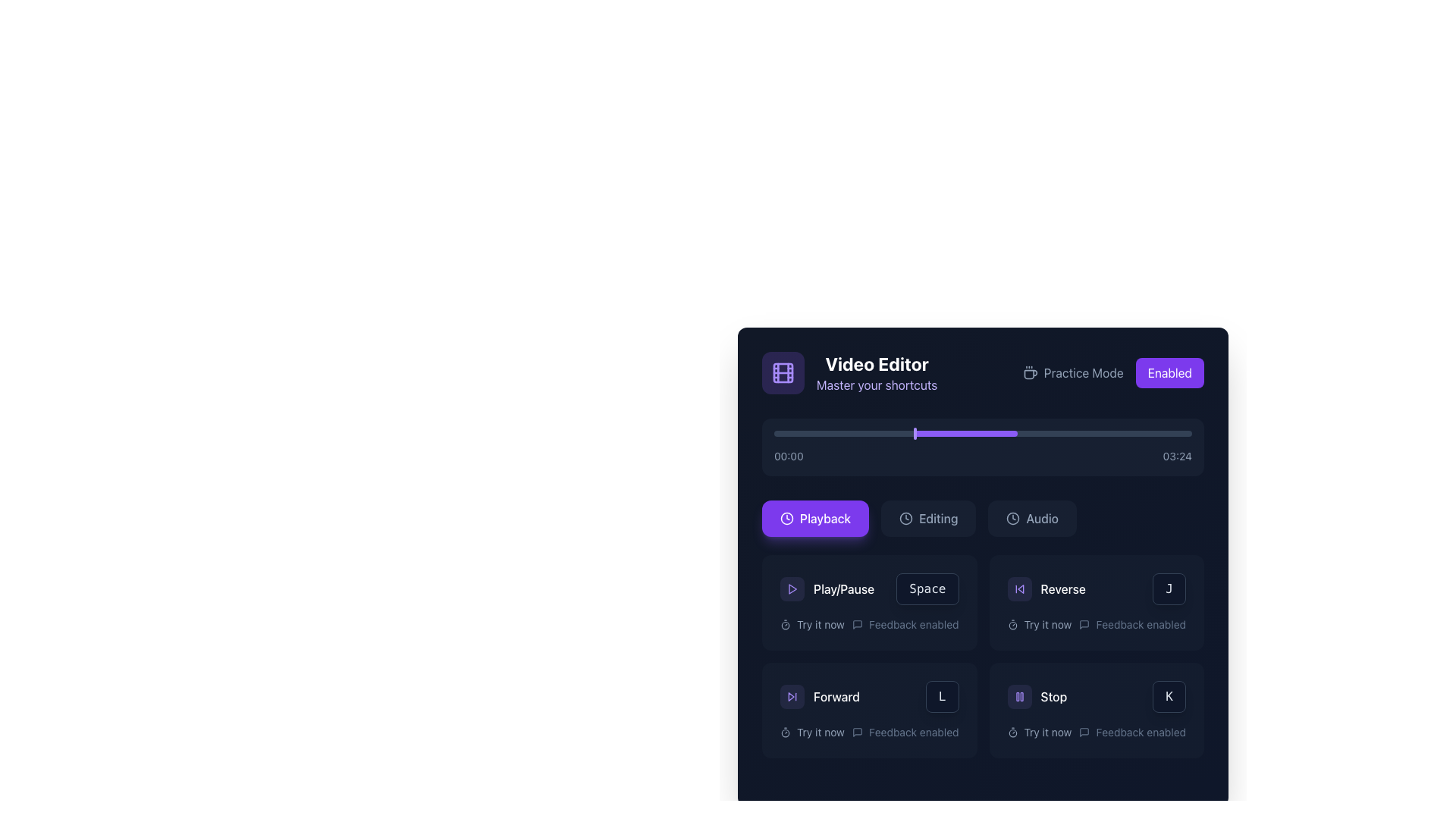 The height and width of the screenshot is (819, 1456). I want to click on the actionable label located in the bottom-right quadrant of the interface, positioned under the 'Stop' button, so click(1046, 731).